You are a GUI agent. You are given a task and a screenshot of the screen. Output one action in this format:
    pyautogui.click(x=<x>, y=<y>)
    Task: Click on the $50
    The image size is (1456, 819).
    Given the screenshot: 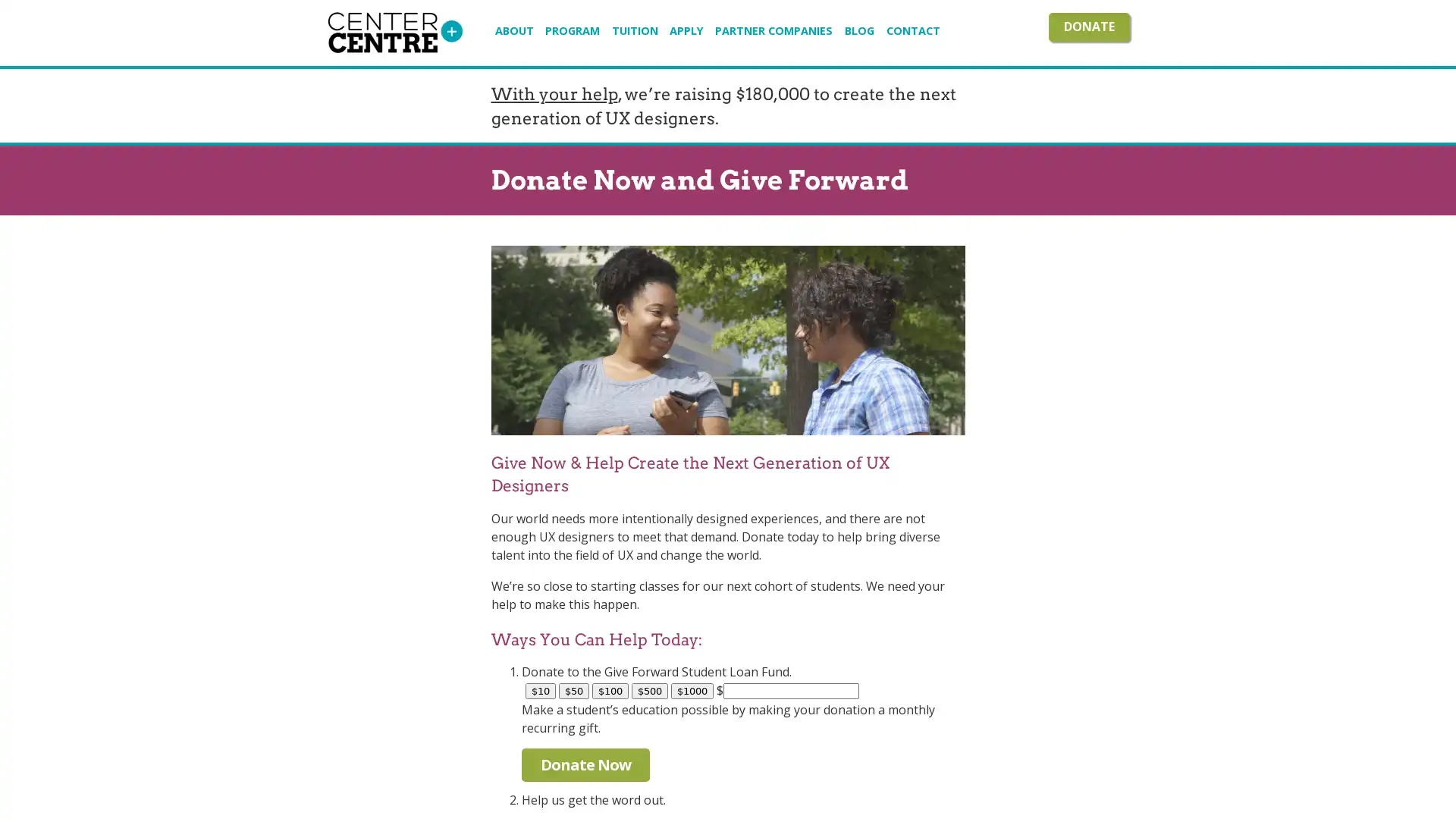 What is the action you would take?
    pyautogui.click(x=573, y=690)
    